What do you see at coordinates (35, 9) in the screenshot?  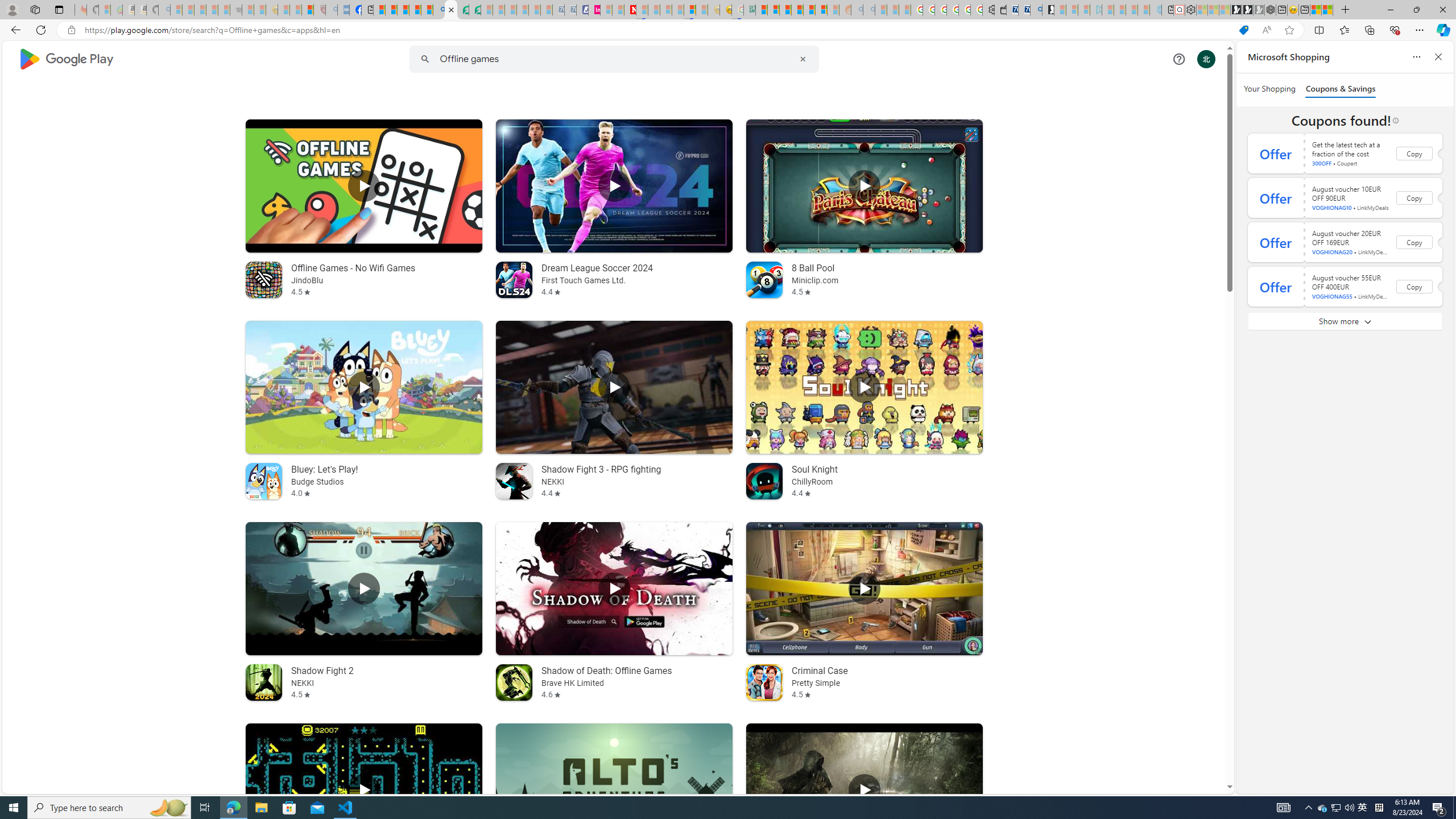 I see `'Workspaces'` at bounding box center [35, 9].